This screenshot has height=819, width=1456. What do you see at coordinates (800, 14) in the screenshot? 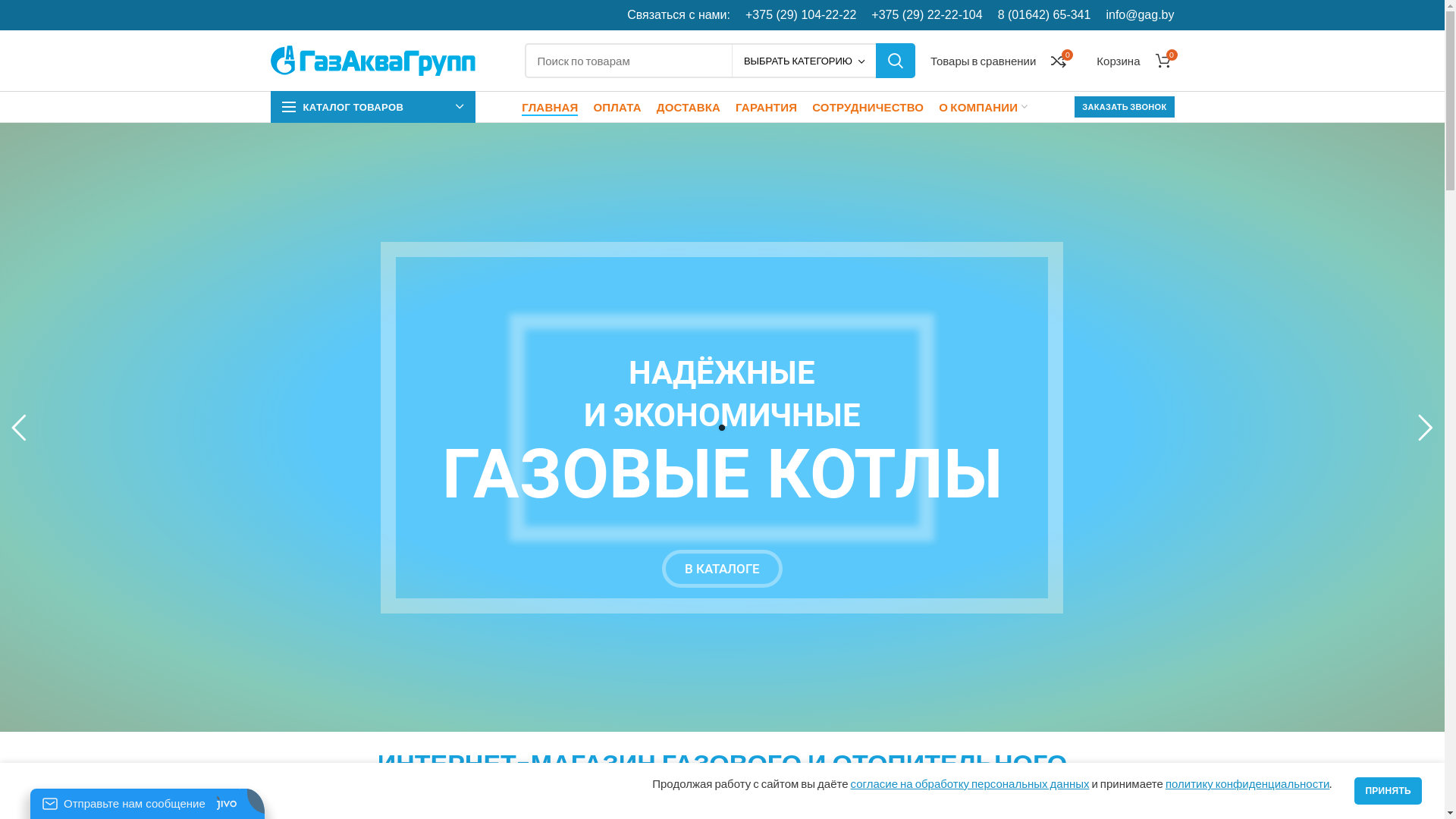
I see `'+375 (29) 104-22-22'` at bounding box center [800, 14].